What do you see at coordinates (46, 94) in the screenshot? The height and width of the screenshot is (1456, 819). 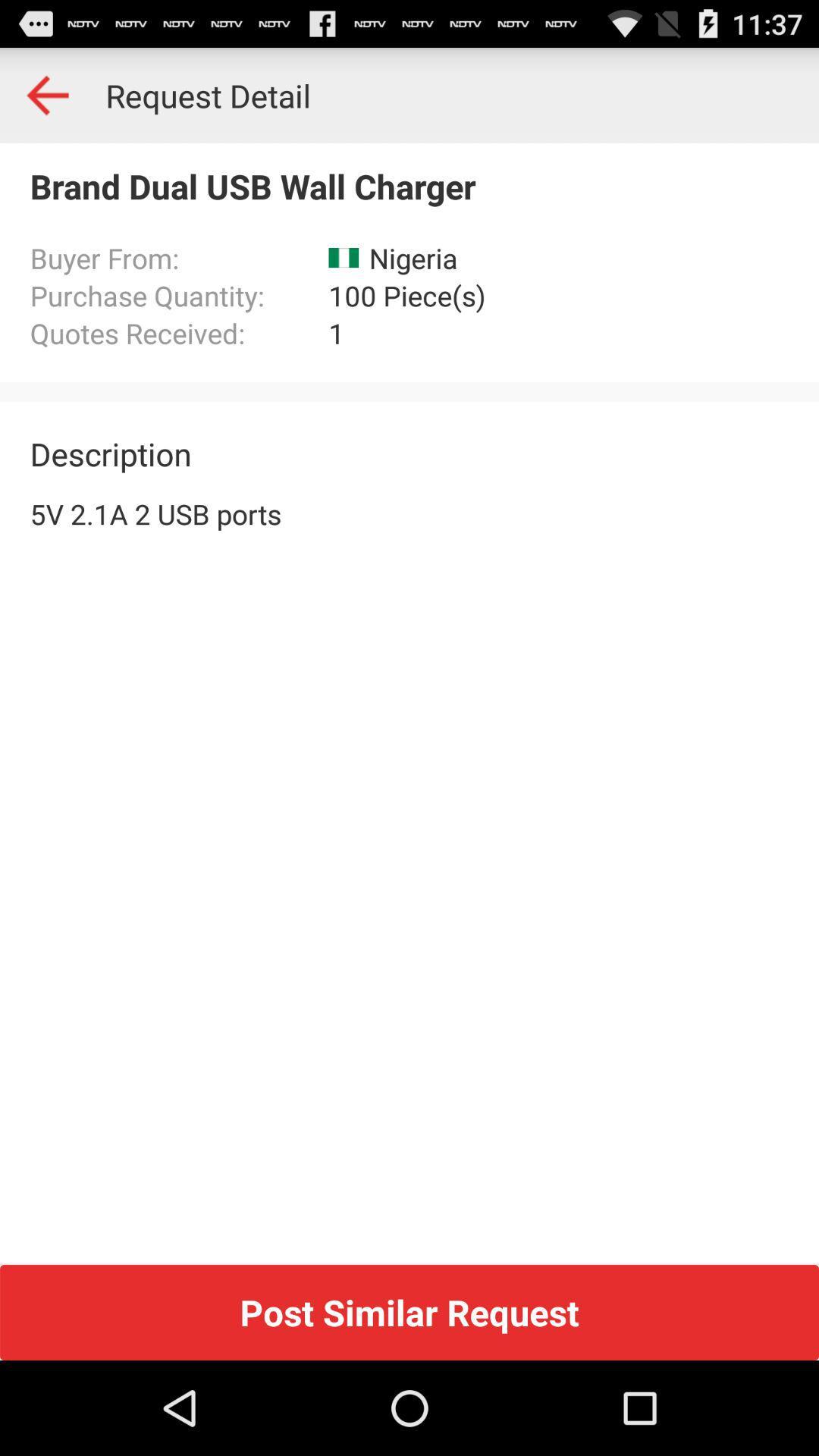 I see `post similar request` at bounding box center [46, 94].